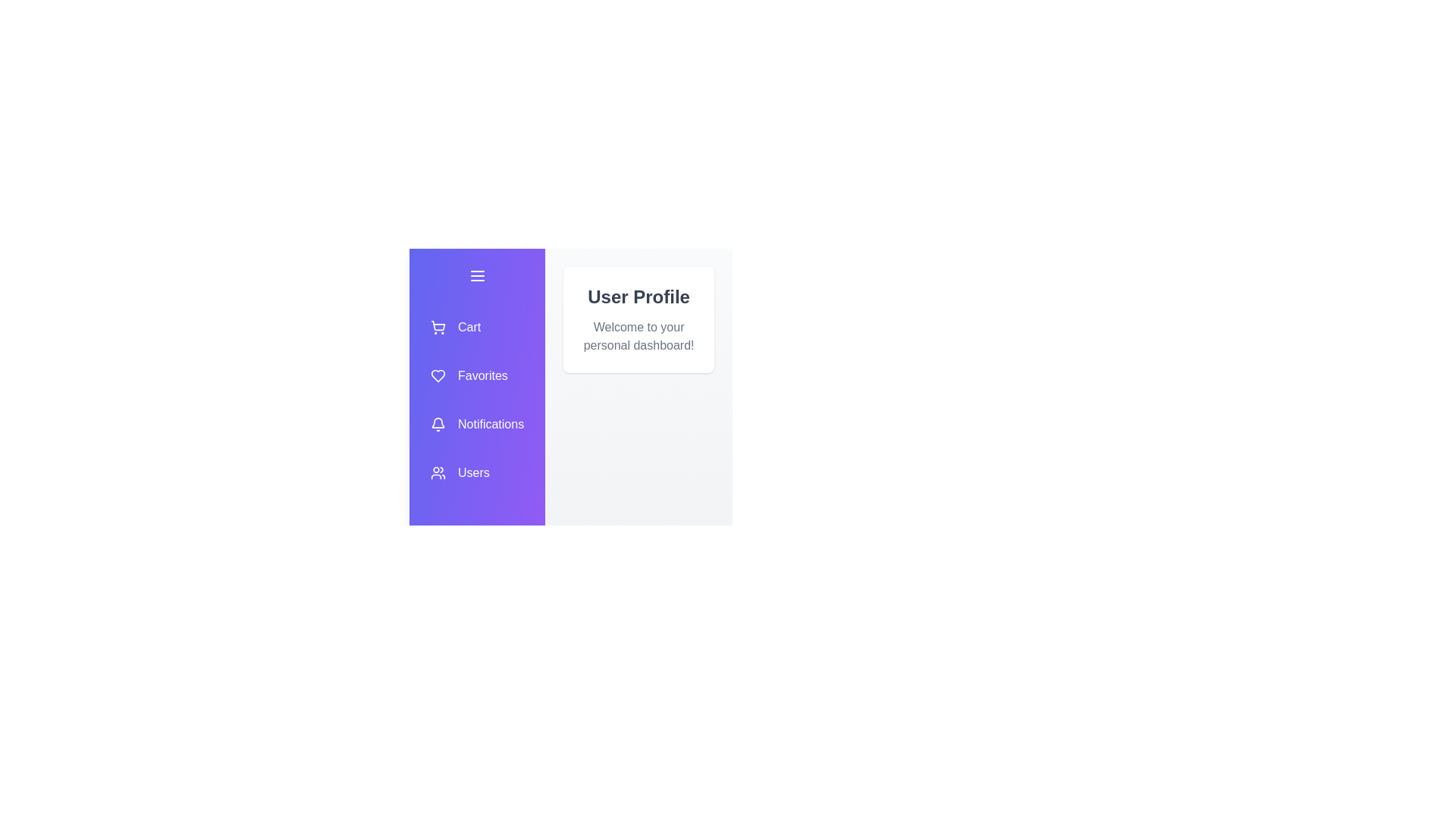 This screenshot has width=1456, height=819. Describe the element at coordinates (475, 275) in the screenshot. I see `the menu button to toggle the drawer open/close state` at that location.